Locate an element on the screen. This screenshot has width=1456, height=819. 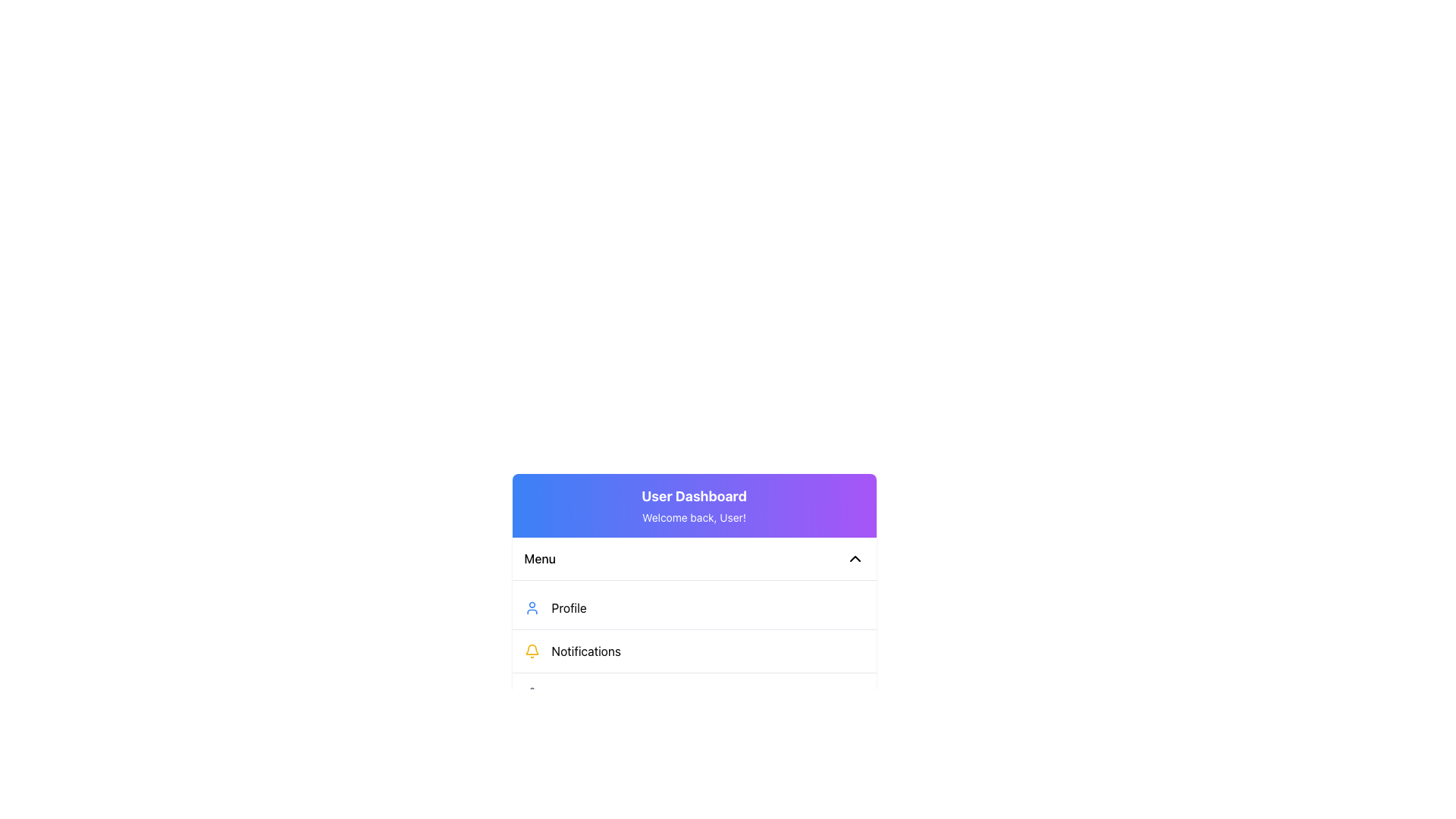
the welcoming text label located below the 'User Dashboard' title in the dashboard area is located at coordinates (693, 516).